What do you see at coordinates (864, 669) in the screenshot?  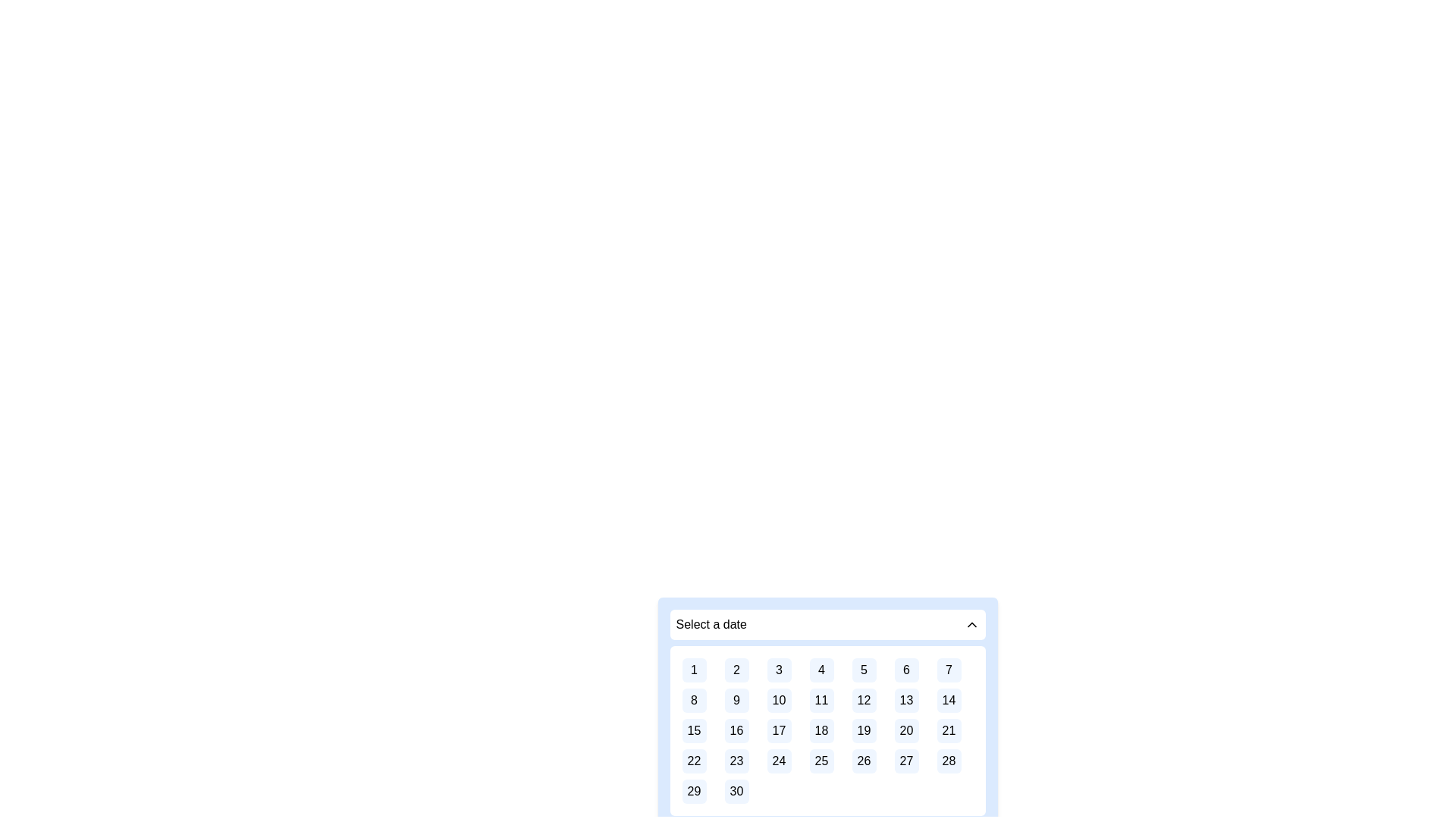 I see `the square button with the number '5' in black text on a blue background, located in the first row and fifth column of the grid layout` at bounding box center [864, 669].